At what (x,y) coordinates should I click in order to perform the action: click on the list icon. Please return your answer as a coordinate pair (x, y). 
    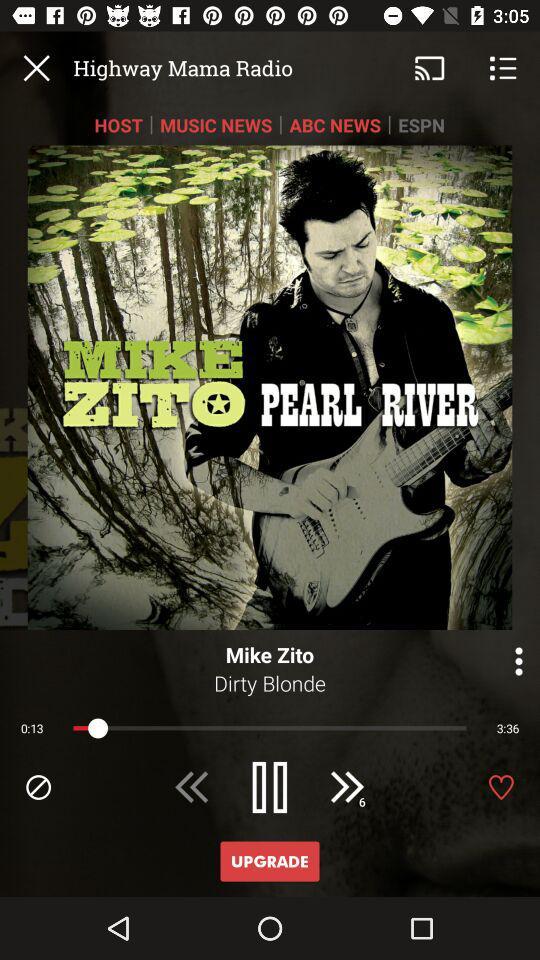
    Looking at the image, I should click on (502, 68).